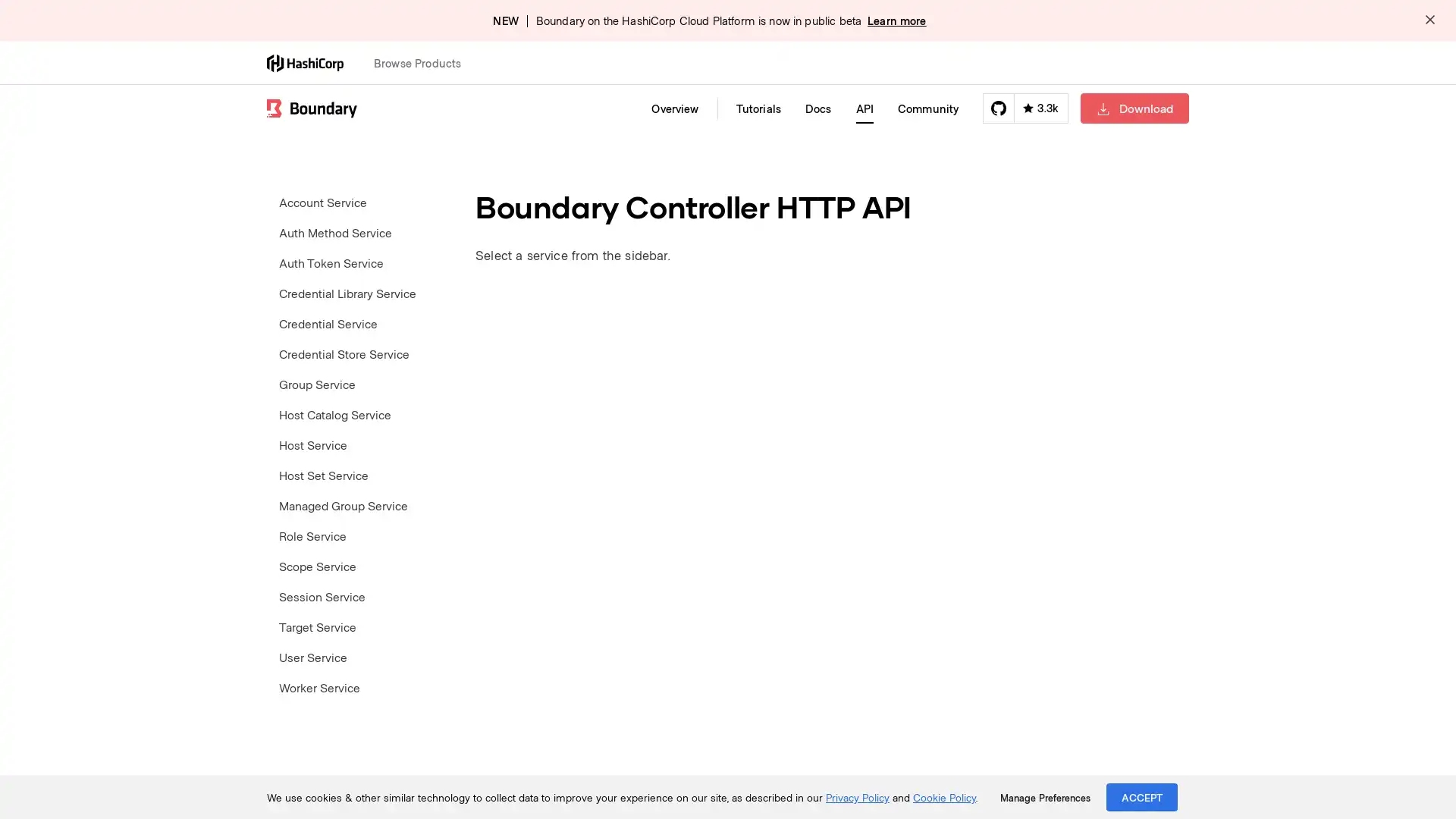 The height and width of the screenshot is (819, 1456). Describe the element at coordinates (1142, 796) in the screenshot. I see `ACCEPT` at that location.